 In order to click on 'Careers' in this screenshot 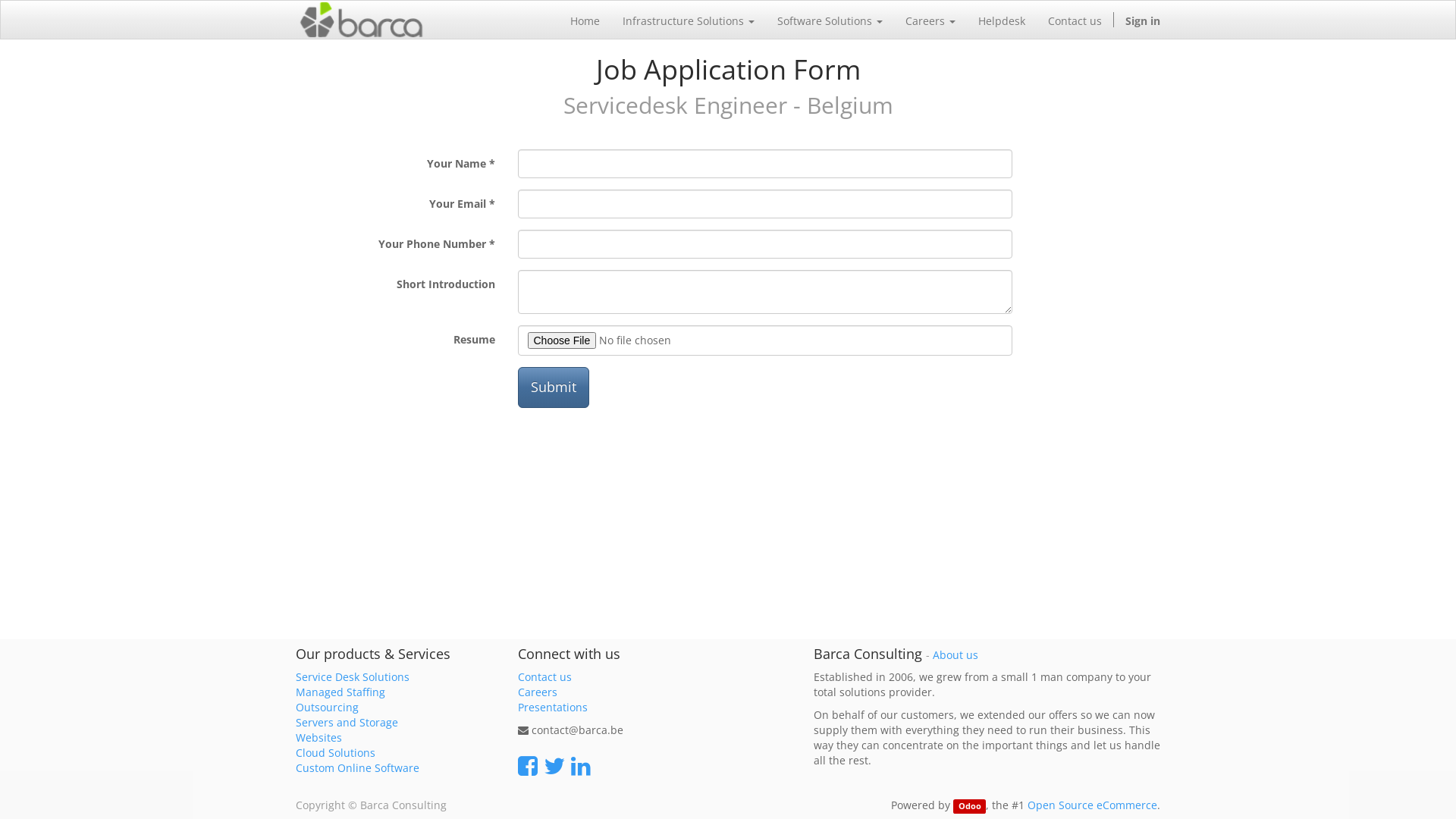, I will do `click(930, 20)`.